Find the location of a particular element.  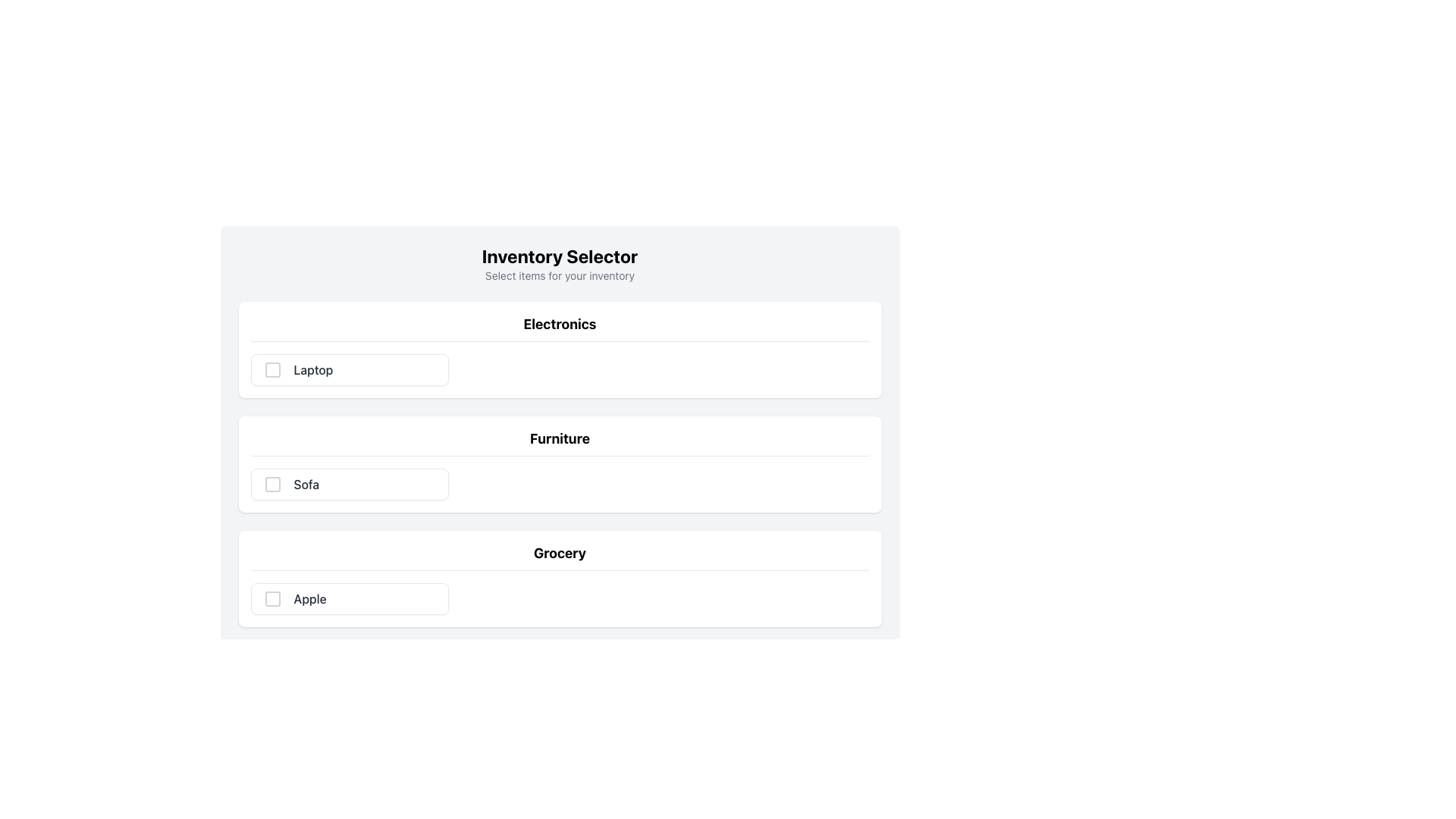

the text label displaying 'Laptop' located to the right of the checkbox icon in the 'Electronics' section is located at coordinates (312, 370).